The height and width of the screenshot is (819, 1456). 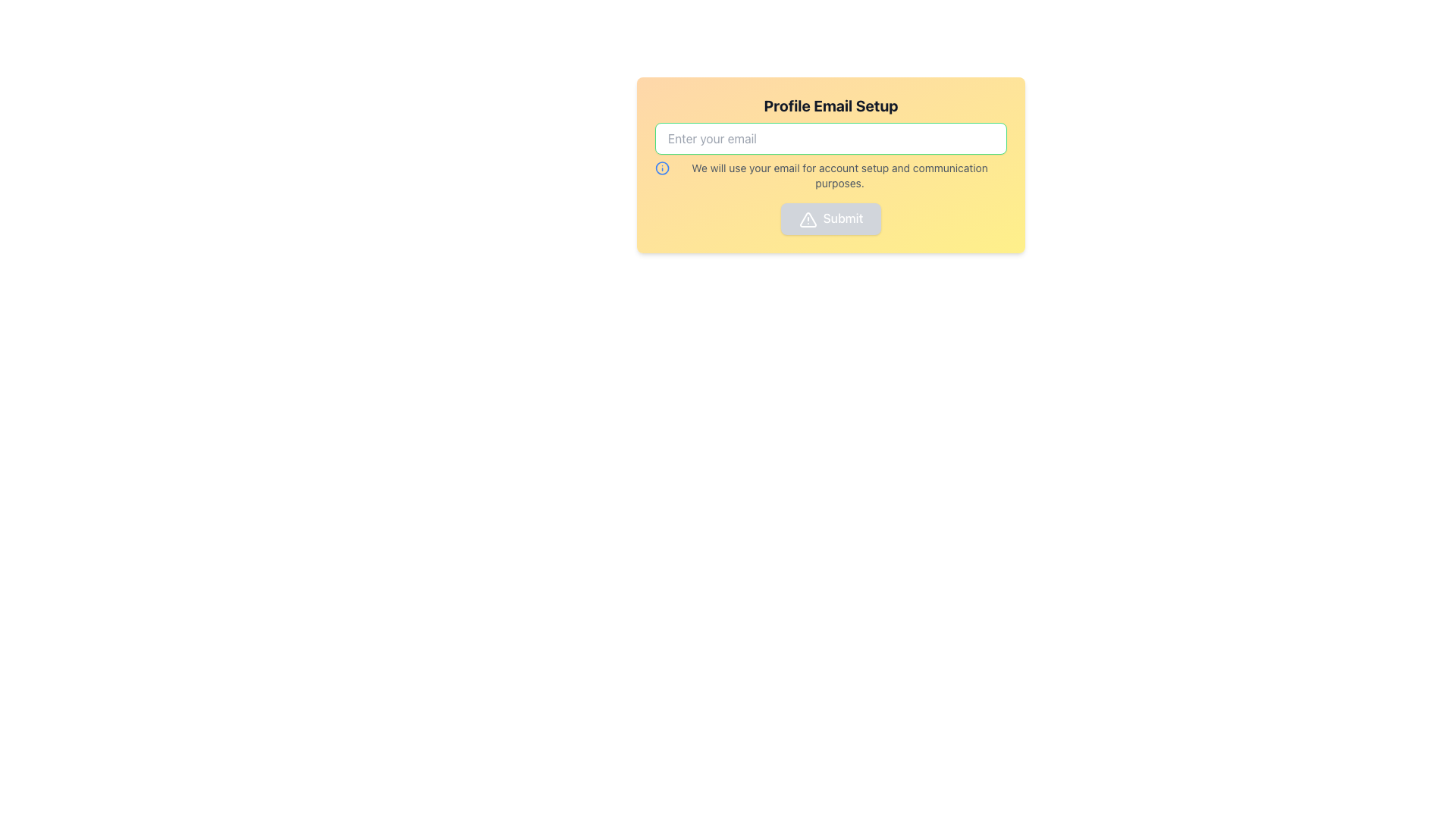 What do you see at coordinates (662, 168) in the screenshot?
I see `the circular icon with a blue border, located to the left of the descriptive text about email usage in the profile setup dialog` at bounding box center [662, 168].